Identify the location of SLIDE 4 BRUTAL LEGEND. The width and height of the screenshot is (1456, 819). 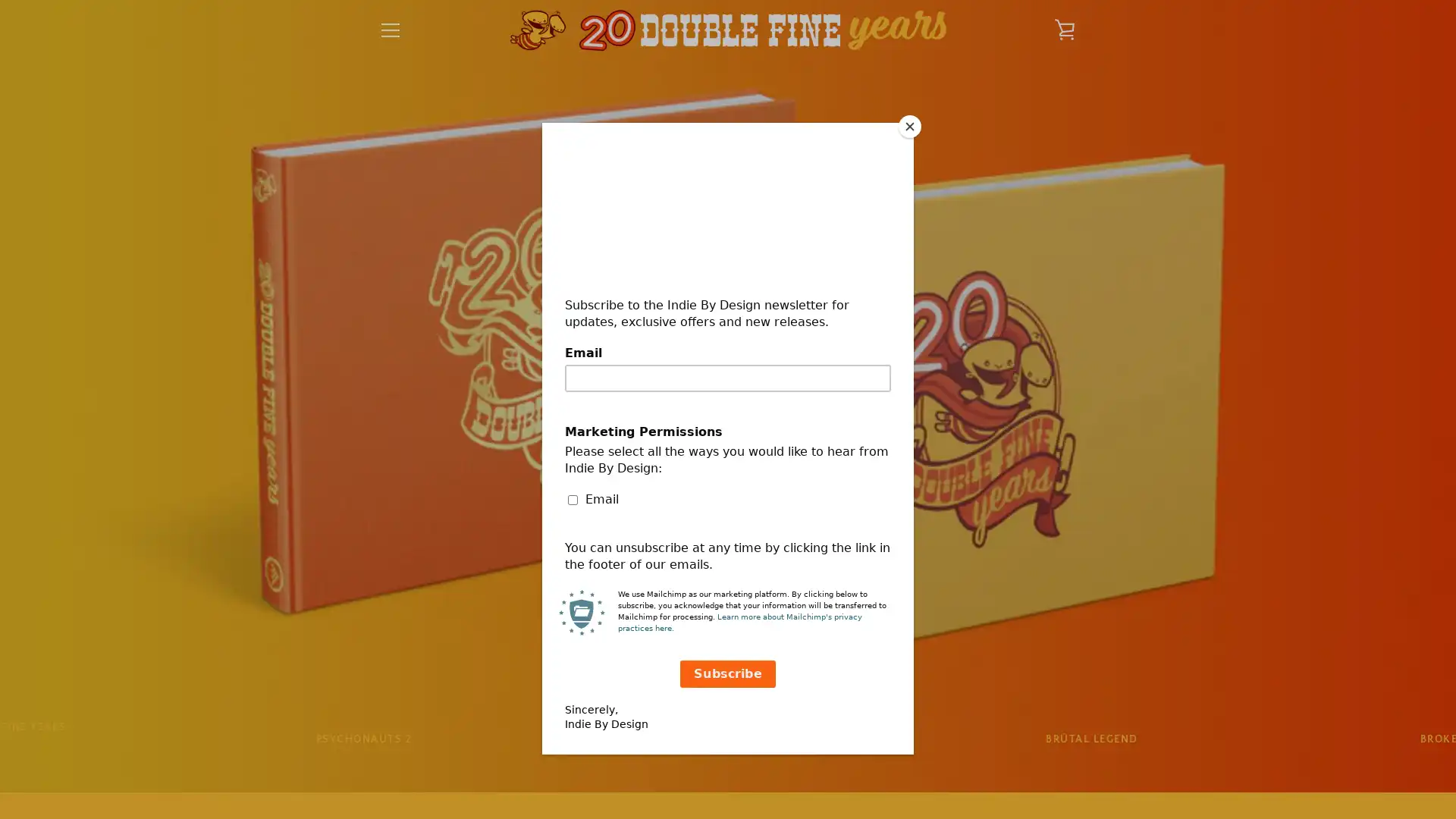
(1090, 739).